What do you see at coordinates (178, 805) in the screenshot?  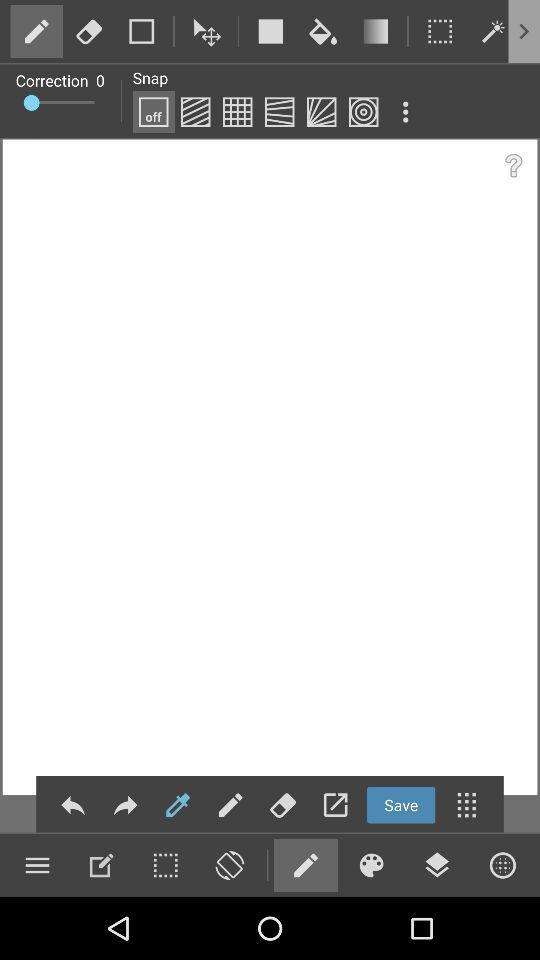 I see `the edit icon` at bounding box center [178, 805].